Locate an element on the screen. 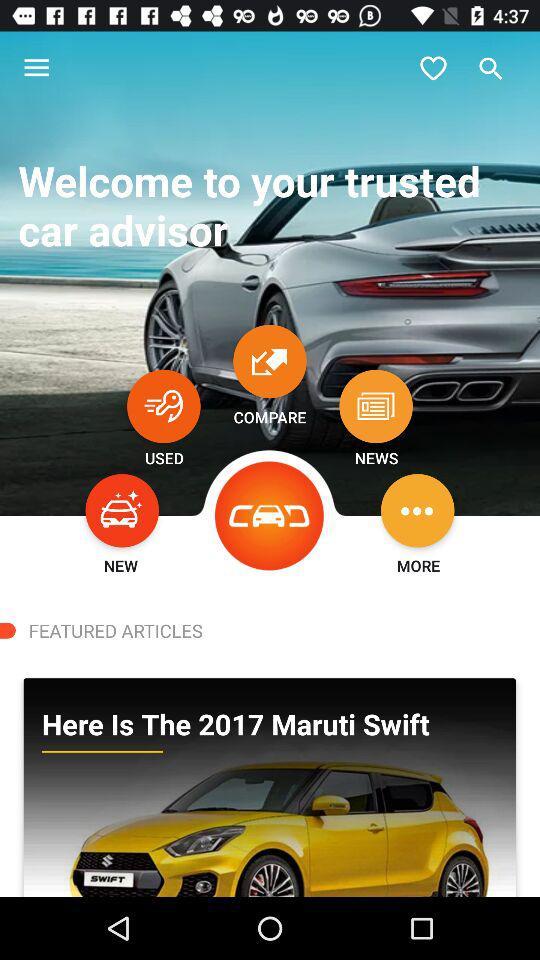  options is located at coordinates (416, 509).